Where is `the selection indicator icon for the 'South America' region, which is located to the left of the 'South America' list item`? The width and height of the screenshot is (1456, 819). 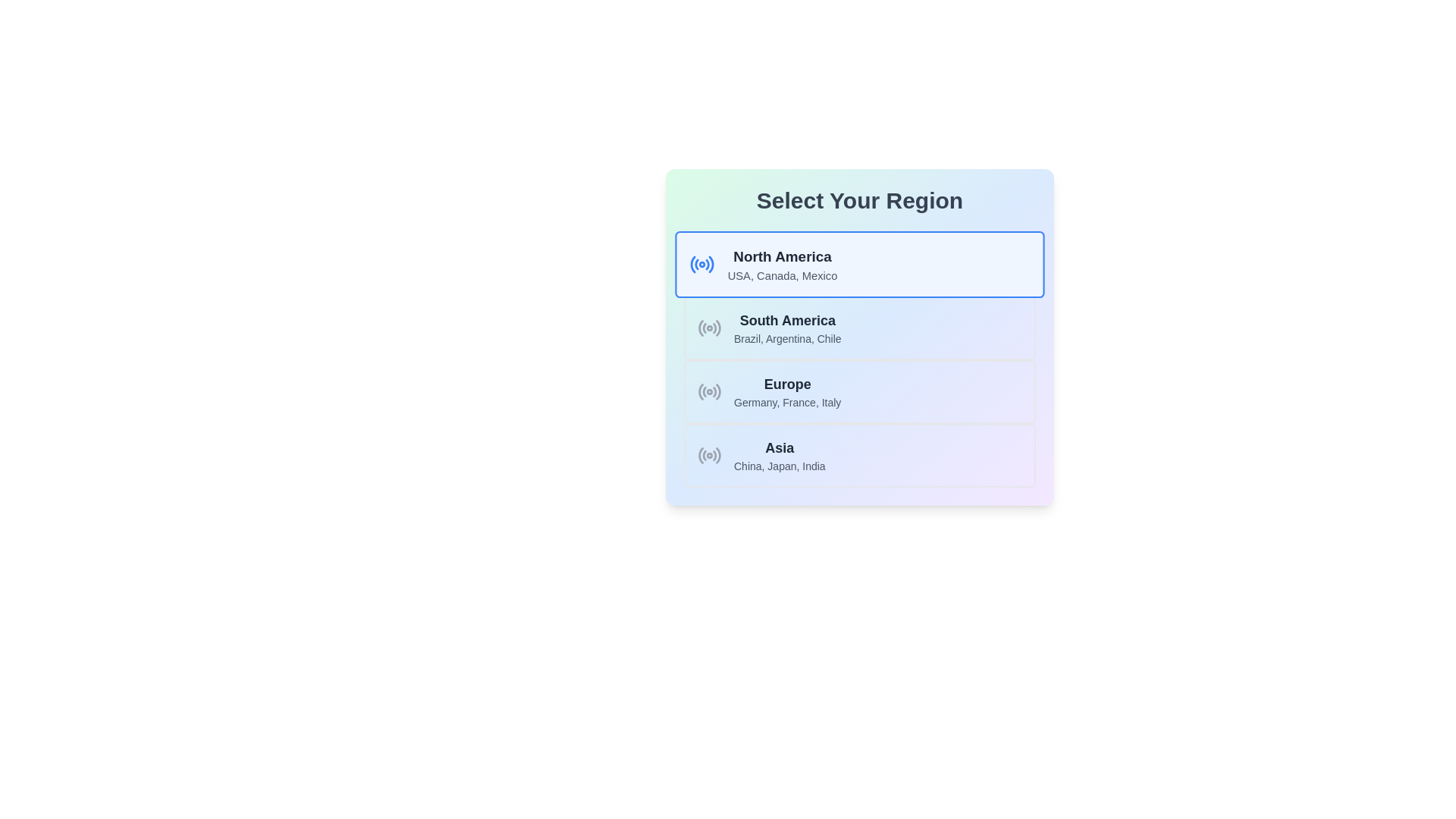 the selection indicator icon for the 'South America' region, which is located to the left of the 'South America' list item is located at coordinates (709, 327).